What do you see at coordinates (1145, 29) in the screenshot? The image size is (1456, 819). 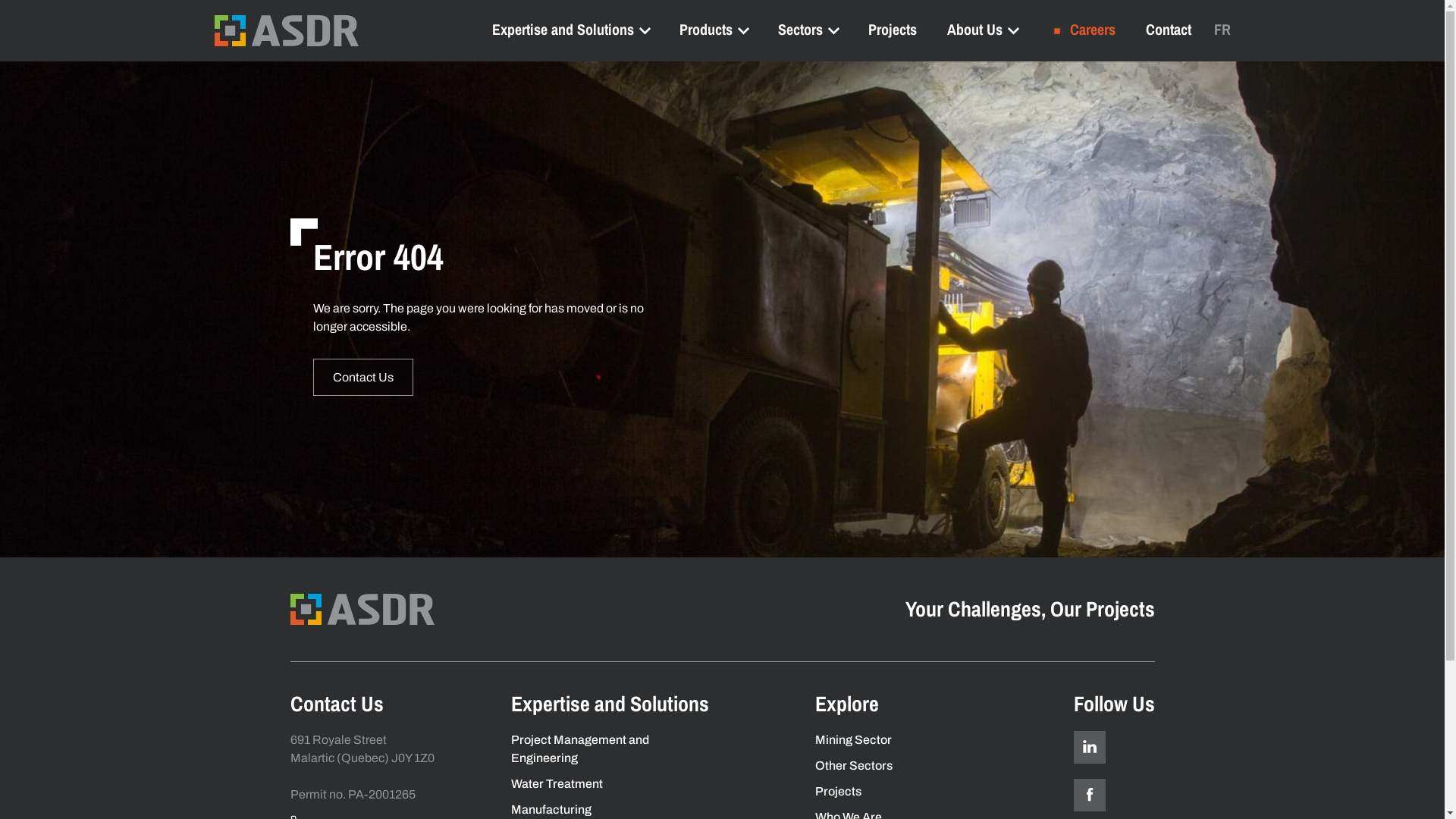 I see `'Contact'` at bounding box center [1145, 29].